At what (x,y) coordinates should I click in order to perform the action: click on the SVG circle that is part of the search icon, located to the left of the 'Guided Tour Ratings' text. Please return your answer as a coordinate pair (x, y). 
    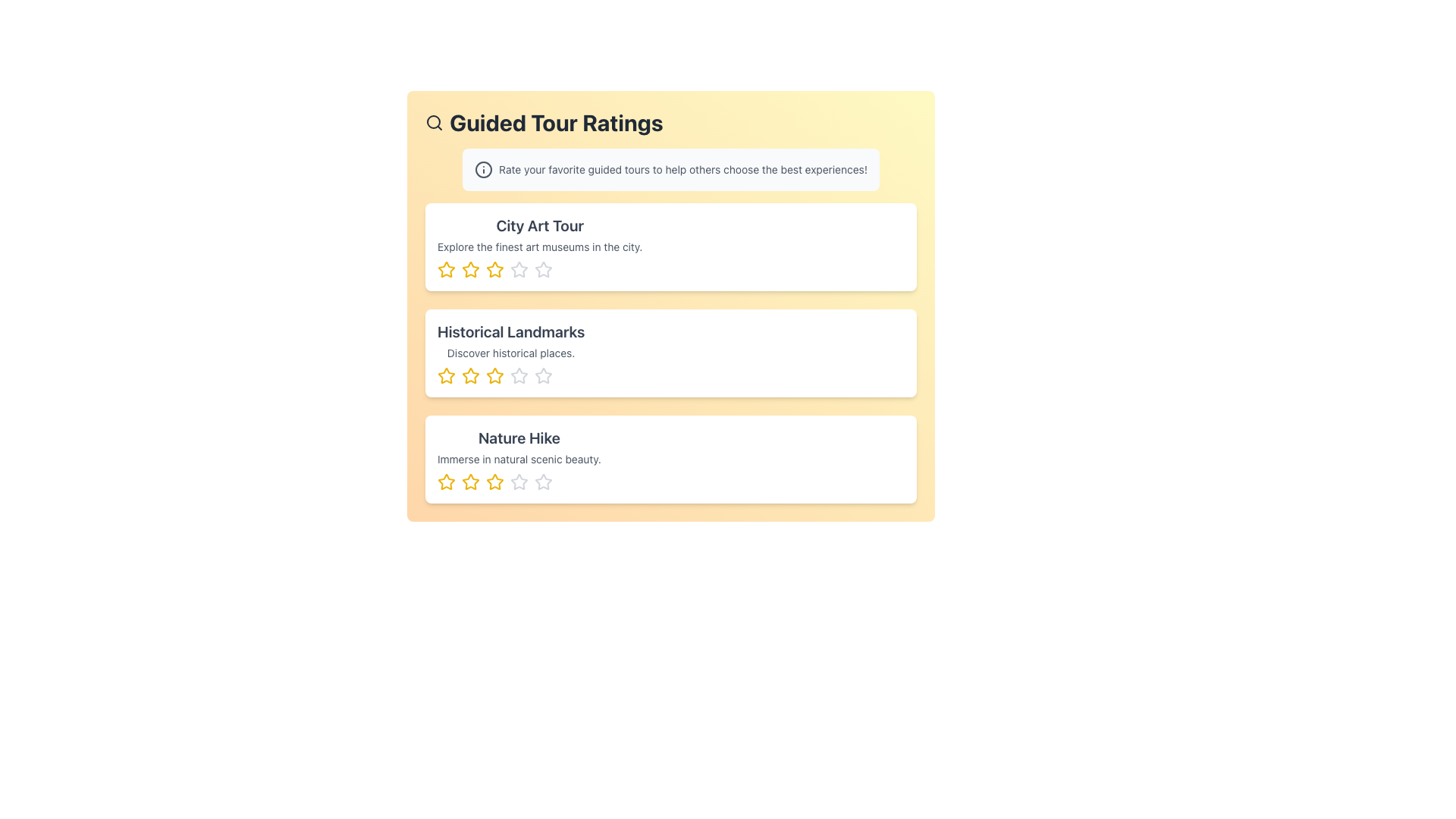
    Looking at the image, I should click on (432, 121).